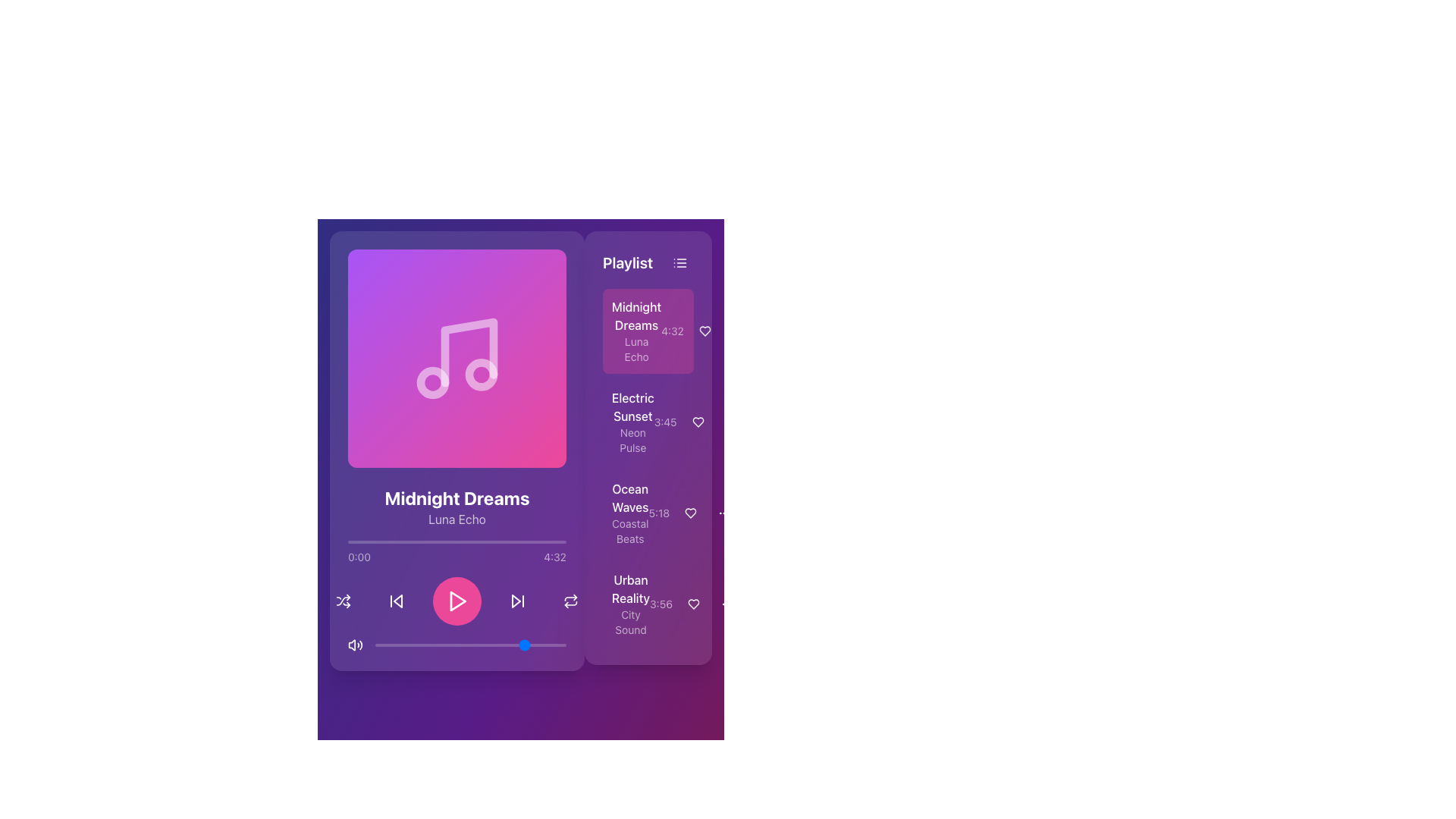 The width and height of the screenshot is (1456, 819). Describe the element at coordinates (397, 601) in the screenshot. I see `the leftward pointing triangle icon within the skip-backward control` at that location.